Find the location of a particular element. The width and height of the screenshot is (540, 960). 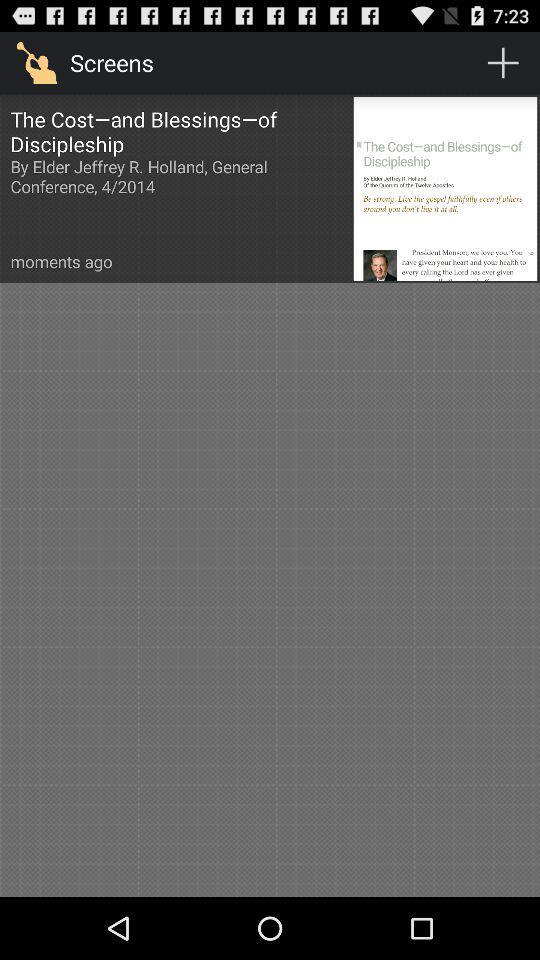

the icon to the right of the screens item is located at coordinates (502, 62).